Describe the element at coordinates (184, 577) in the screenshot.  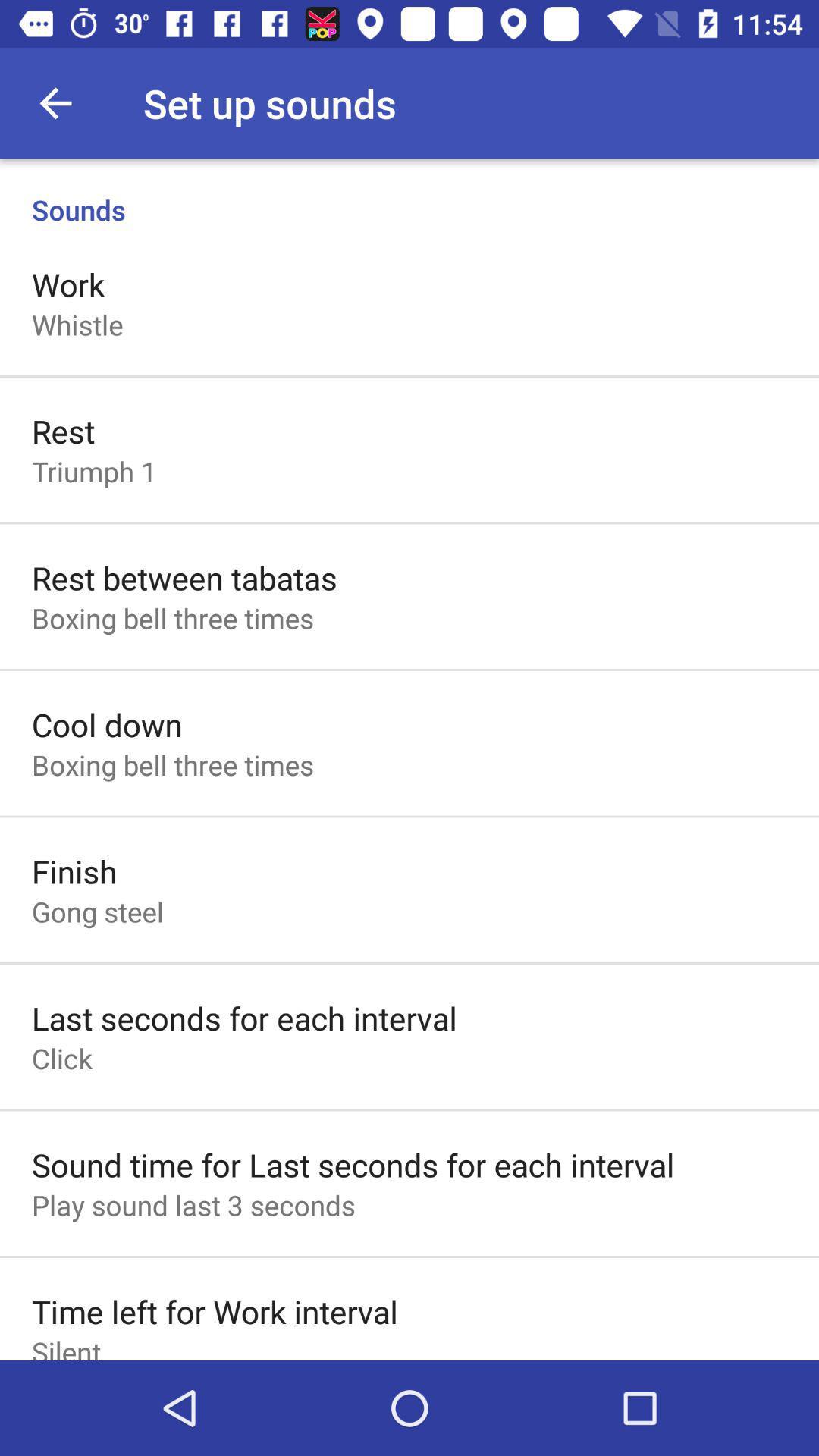
I see `icon below the triumph 1` at that location.